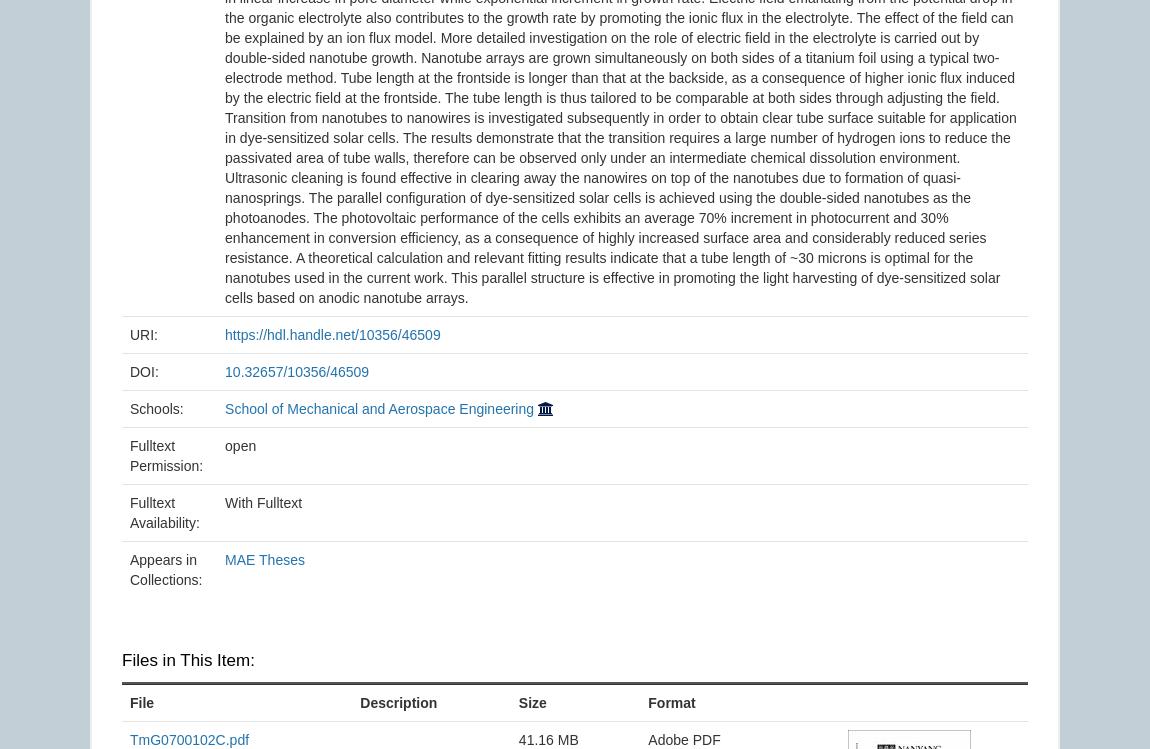  I want to click on 'TmG0700102C.pdf', so click(188, 737).